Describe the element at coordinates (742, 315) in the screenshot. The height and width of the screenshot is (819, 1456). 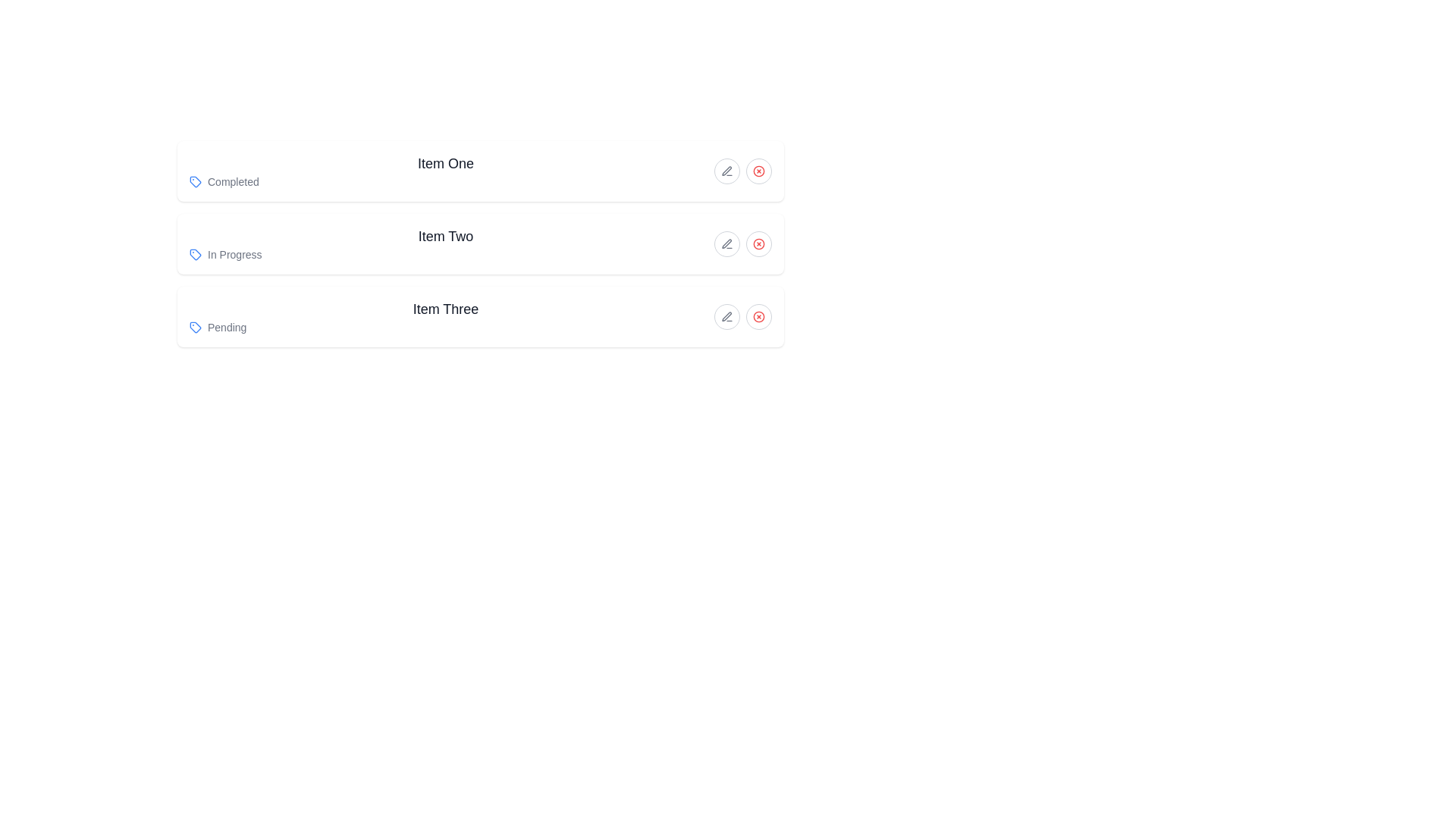
I see `the pen icon located on the far-right side of the 'Item Three' row to initiate editing` at that location.